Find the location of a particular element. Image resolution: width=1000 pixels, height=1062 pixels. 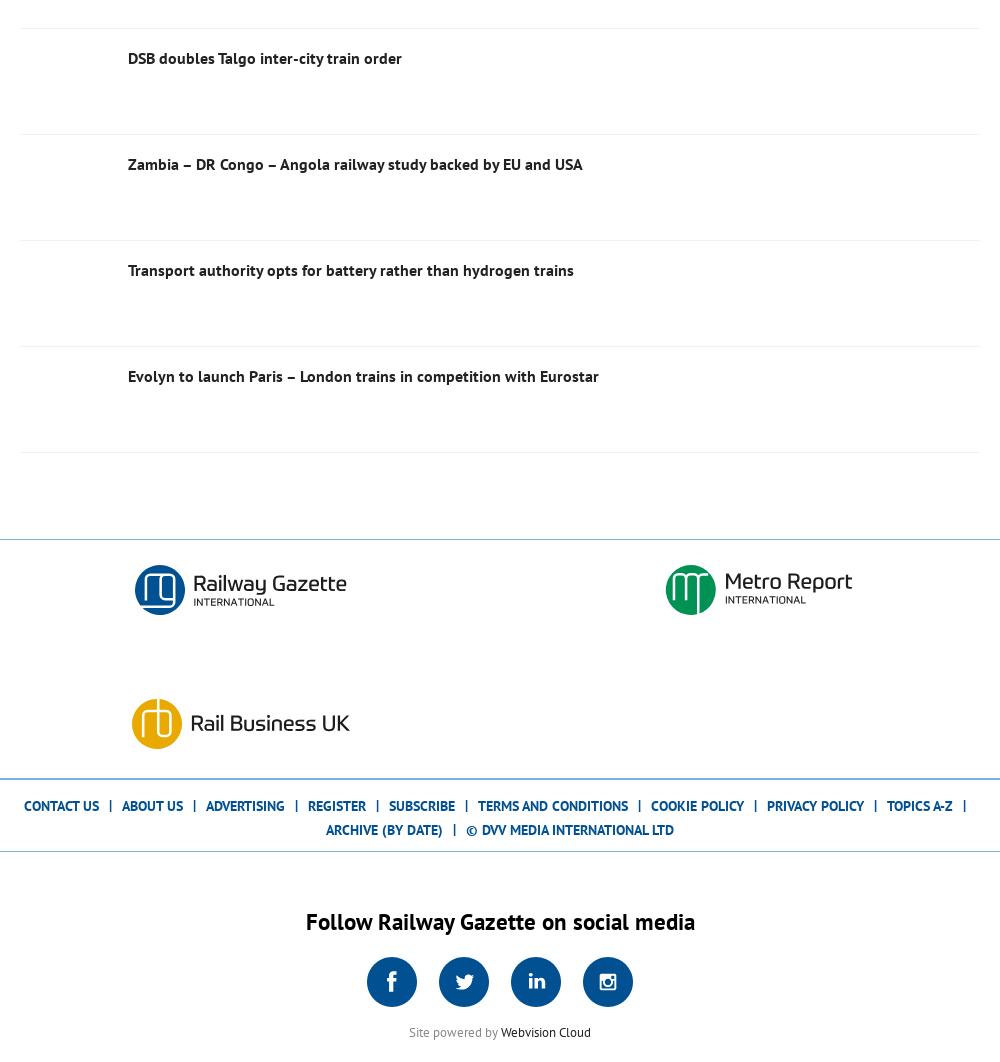

'Subscribe' is located at coordinates (422, 803).